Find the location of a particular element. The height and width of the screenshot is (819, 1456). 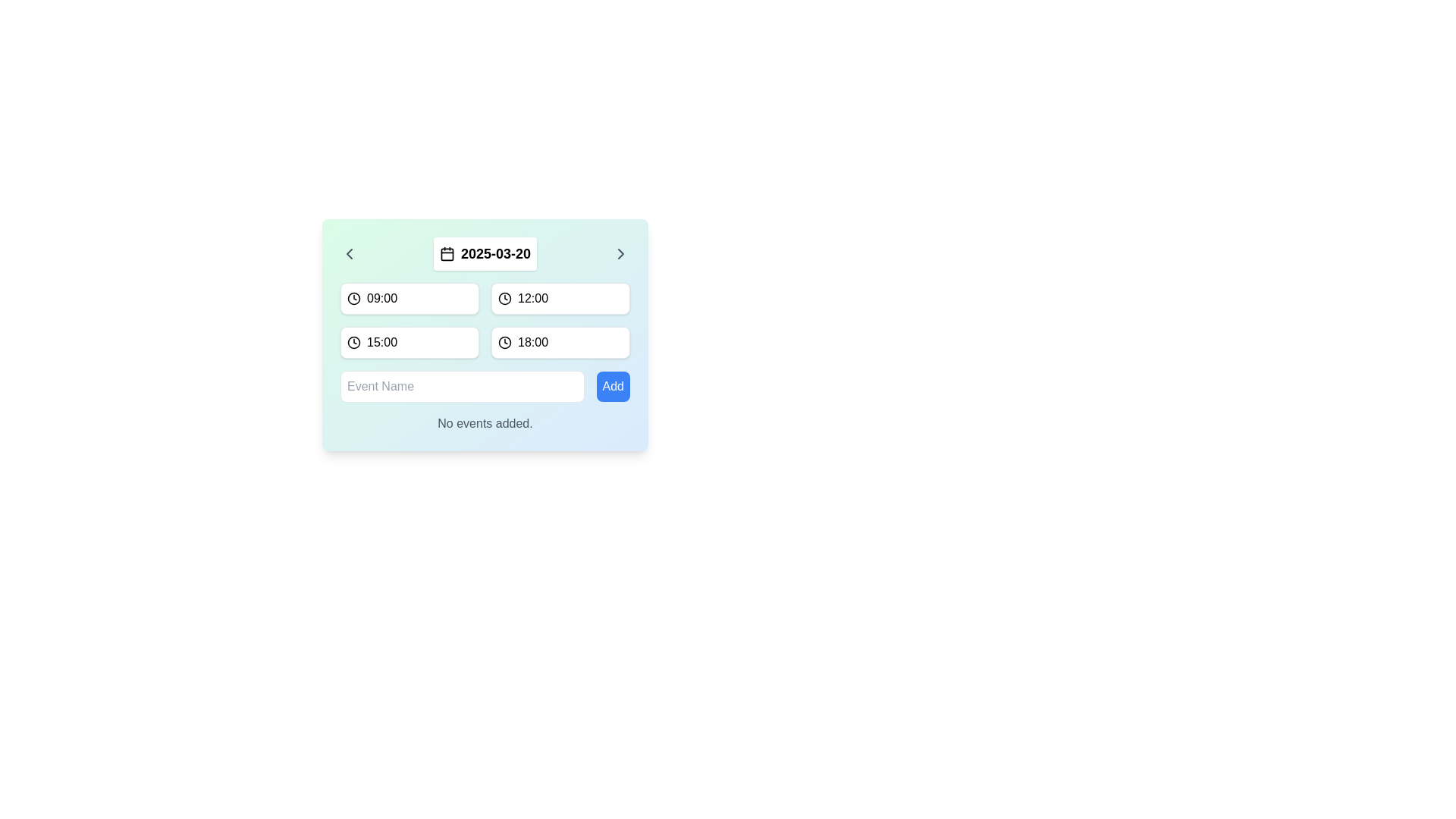

the calendar icon located on the left side of the date label '2025-03-20' to trigger calendar-related actions is located at coordinates (447, 253).